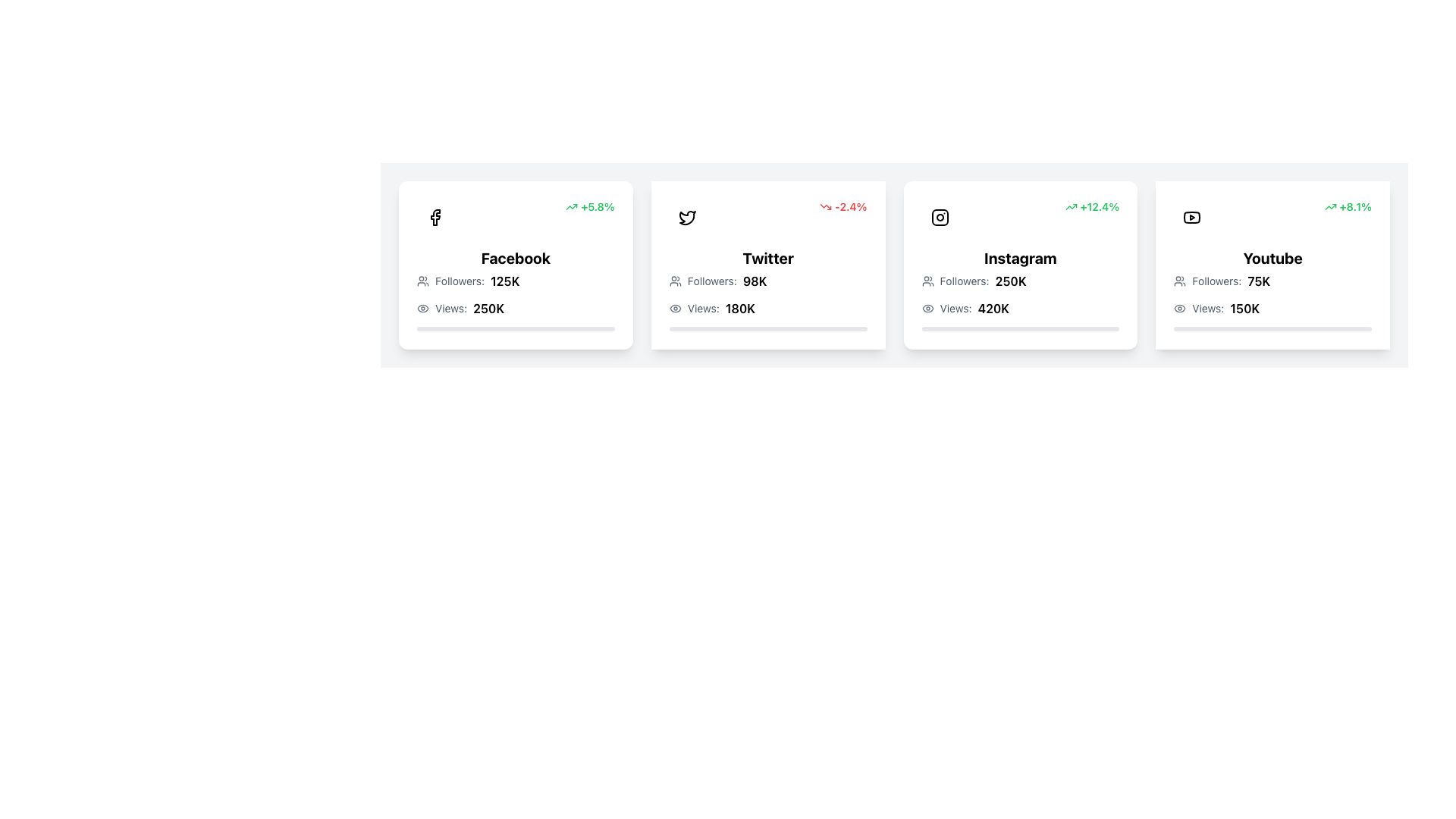 The height and width of the screenshot is (819, 1456). What do you see at coordinates (927, 308) in the screenshot?
I see `the stylized eye icon located to the left of the 'Views' label (420K views) in the Instagram section` at bounding box center [927, 308].